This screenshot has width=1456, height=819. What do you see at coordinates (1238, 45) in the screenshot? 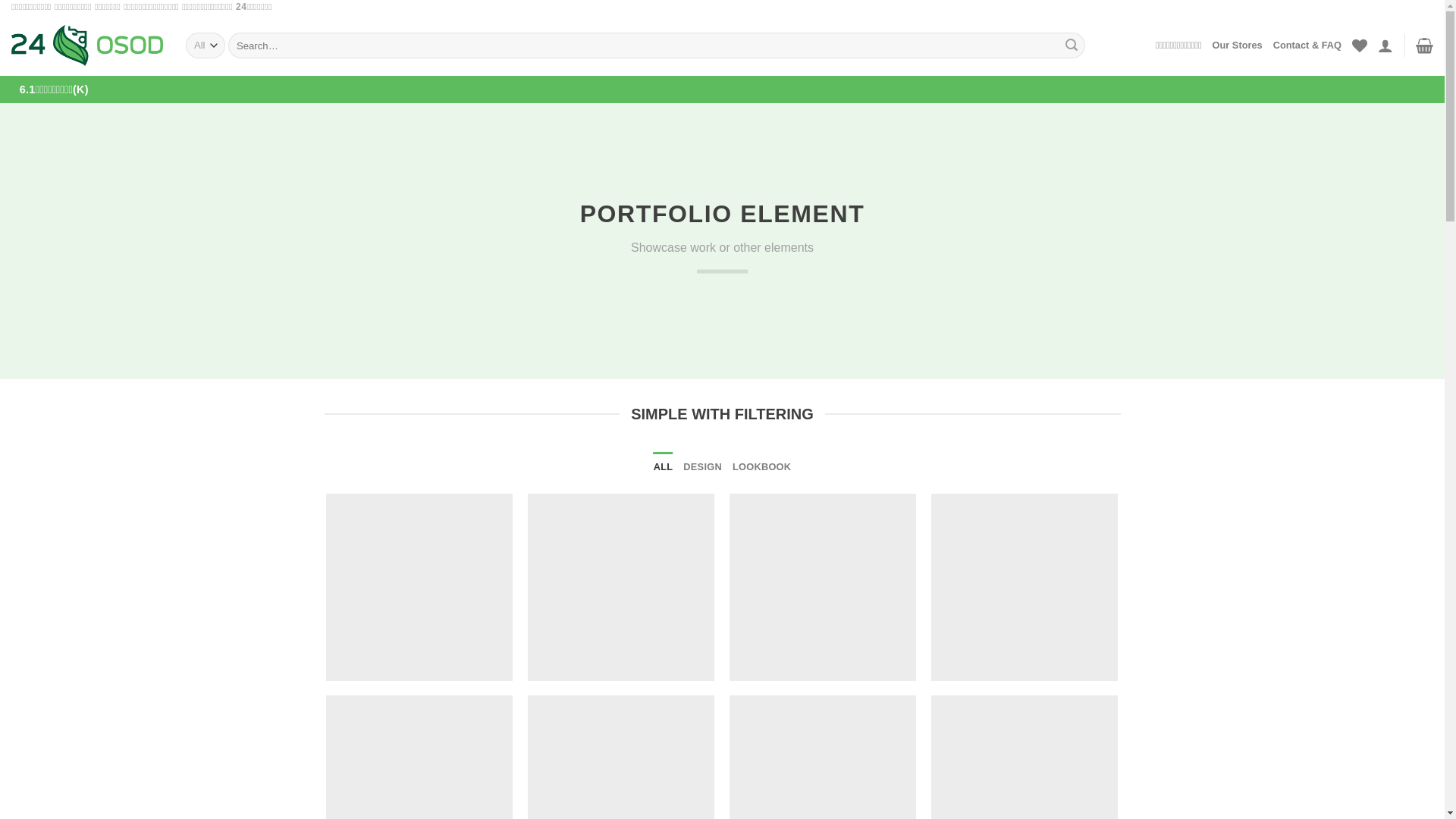
I see `'Our Stores'` at bounding box center [1238, 45].